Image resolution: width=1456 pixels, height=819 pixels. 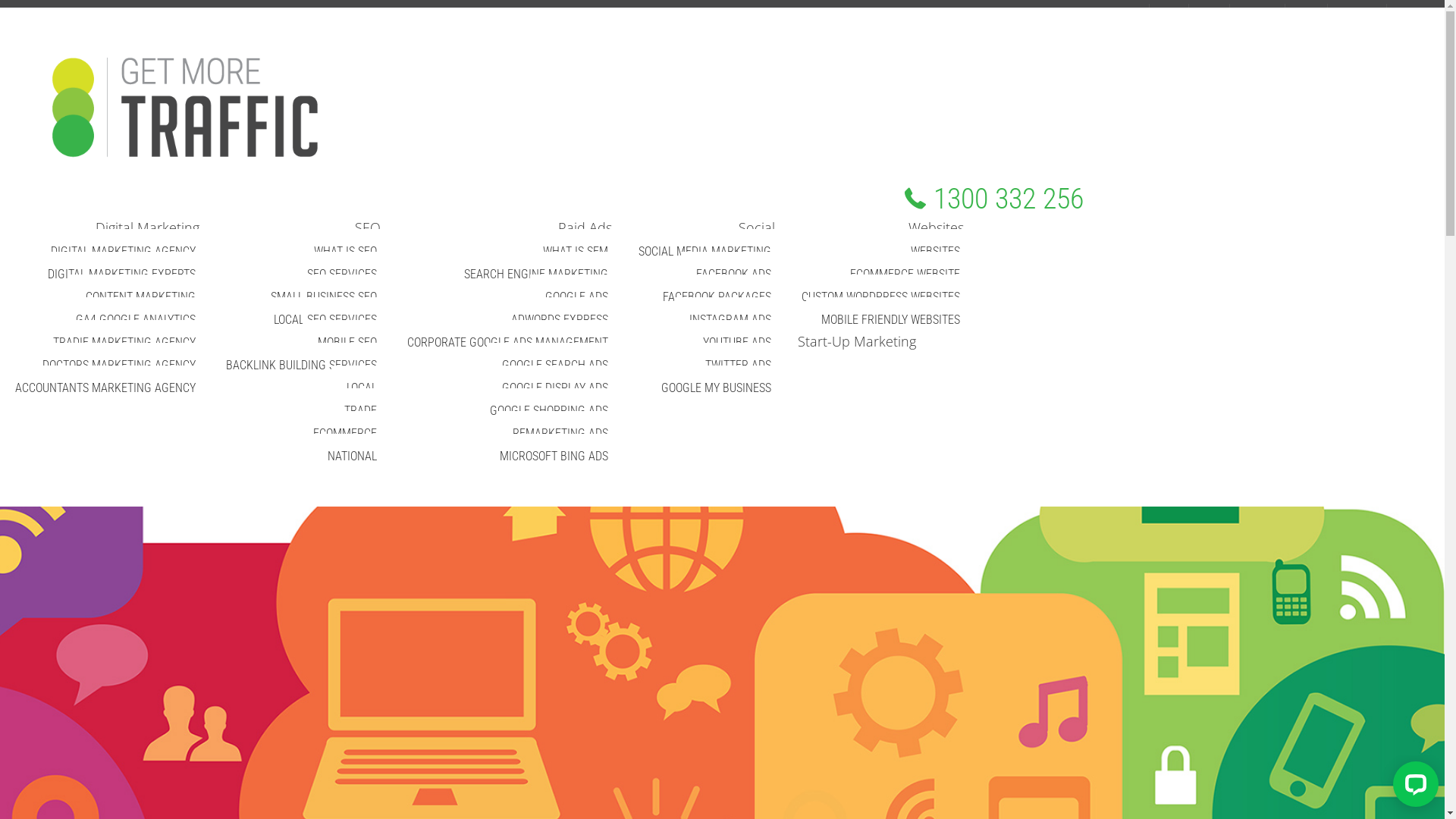 What do you see at coordinates (560, 433) in the screenshot?
I see `'REMARKETING ADS'` at bounding box center [560, 433].